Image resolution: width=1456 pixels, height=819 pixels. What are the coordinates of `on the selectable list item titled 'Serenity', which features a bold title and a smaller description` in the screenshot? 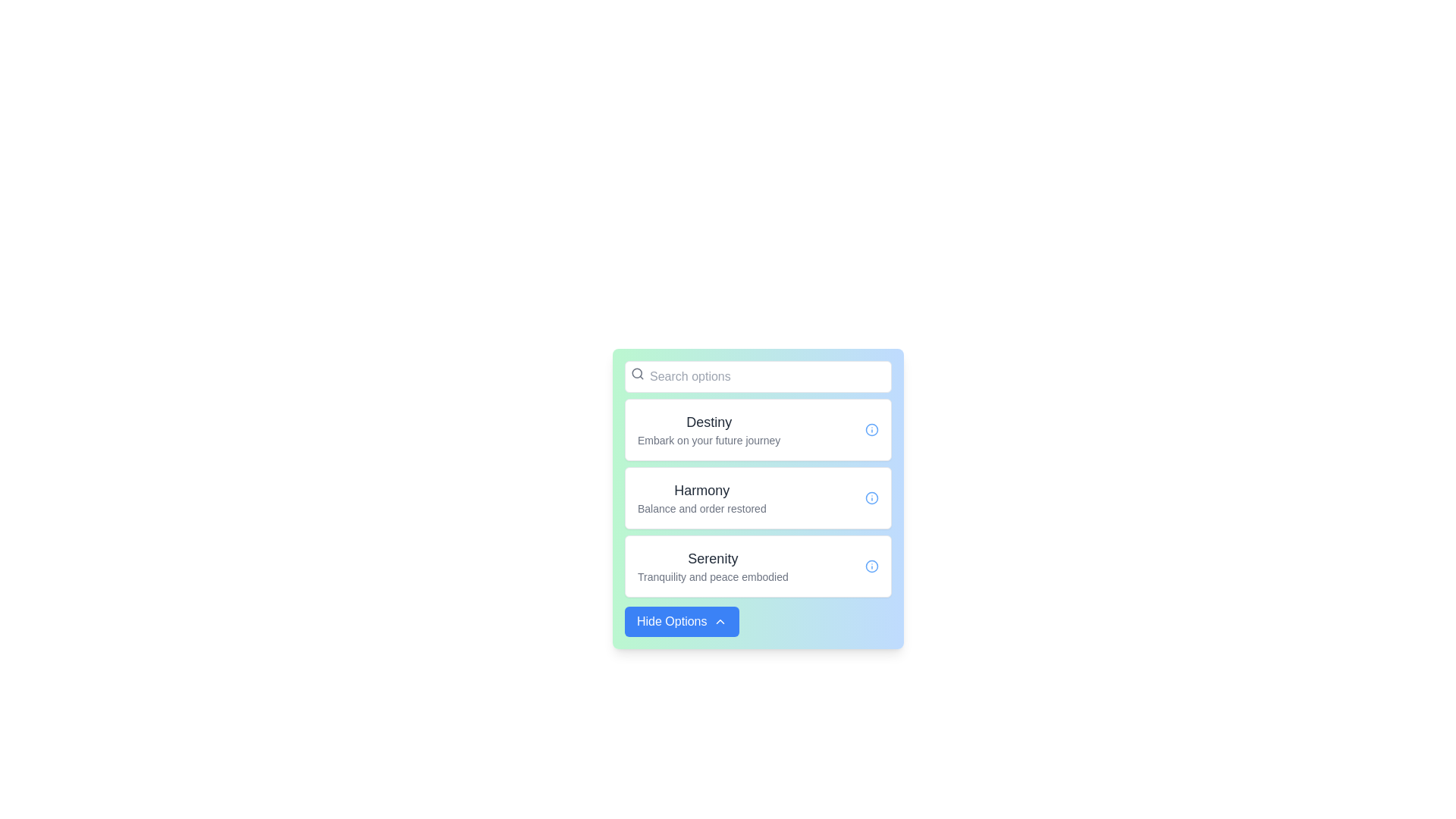 It's located at (758, 566).